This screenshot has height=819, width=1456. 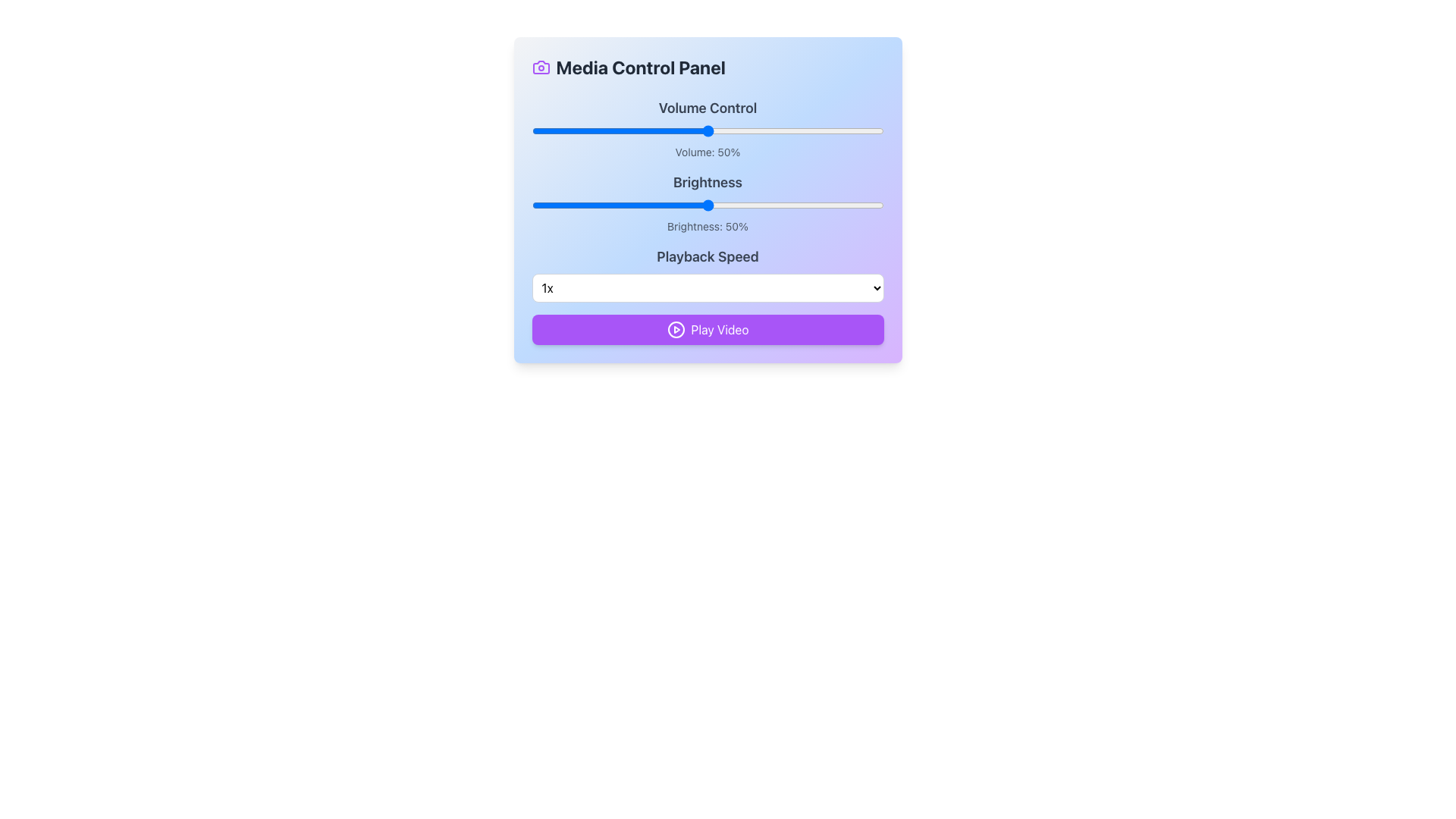 I want to click on the 'Playback Speed' text label, which is styled in bold dark gray font and positioned centrally above the playback speed dropdown menu, so click(x=707, y=256).